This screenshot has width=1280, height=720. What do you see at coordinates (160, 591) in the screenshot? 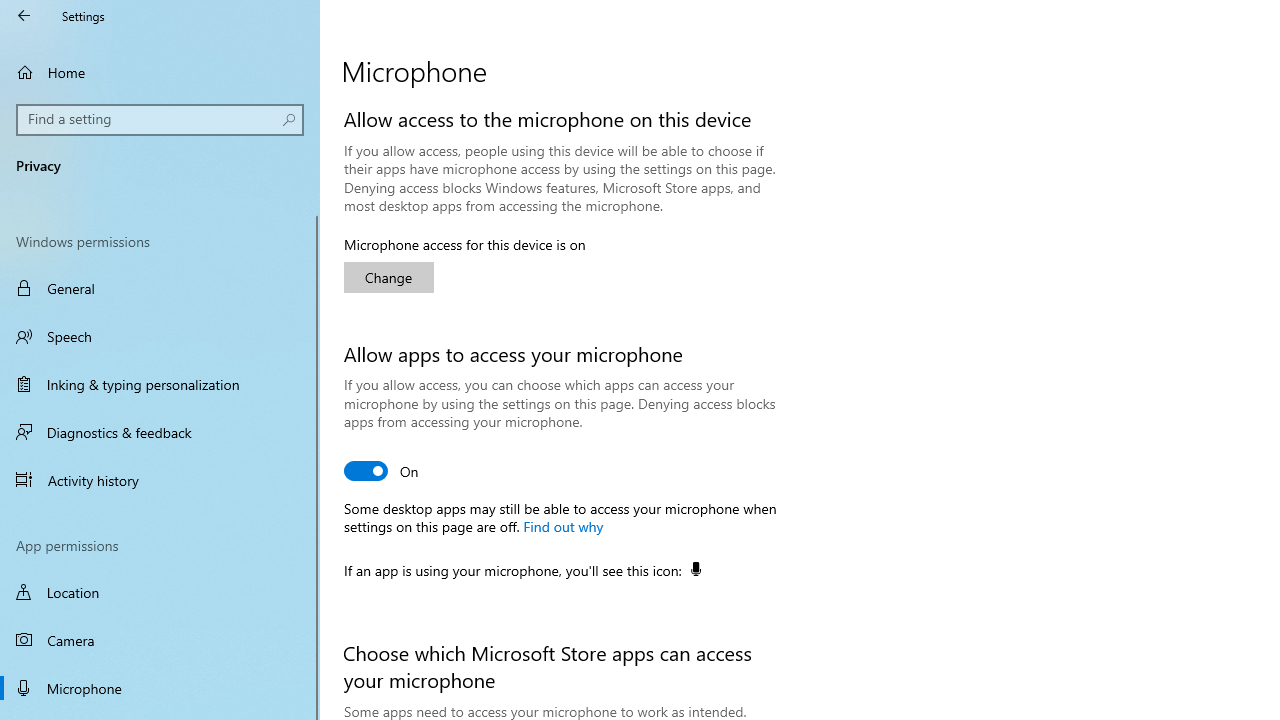
I see `'Location'` at bounding box center [160, 591].